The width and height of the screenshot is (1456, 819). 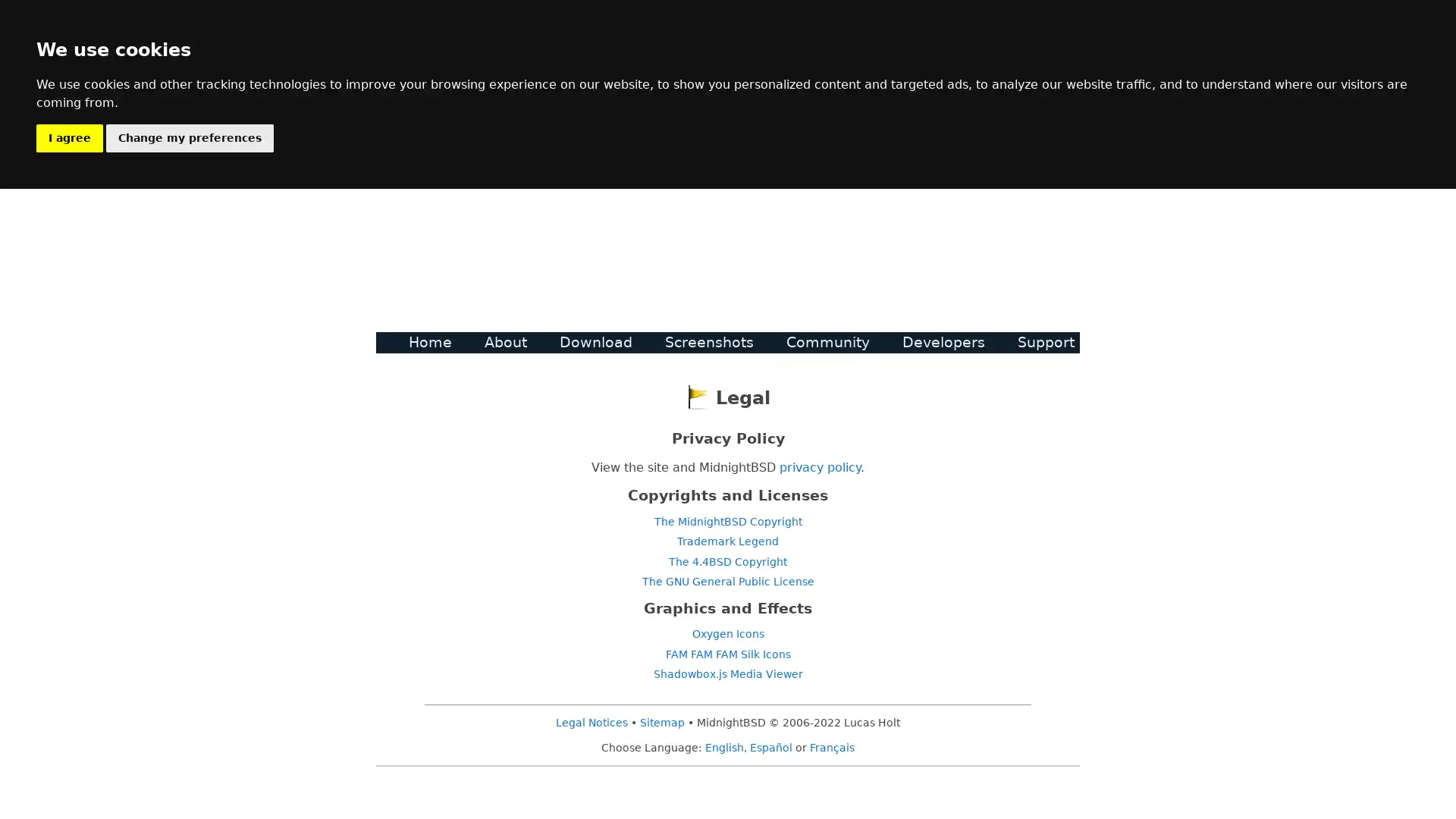 I want to click on Change my preferences, so click(x=189, y=138).